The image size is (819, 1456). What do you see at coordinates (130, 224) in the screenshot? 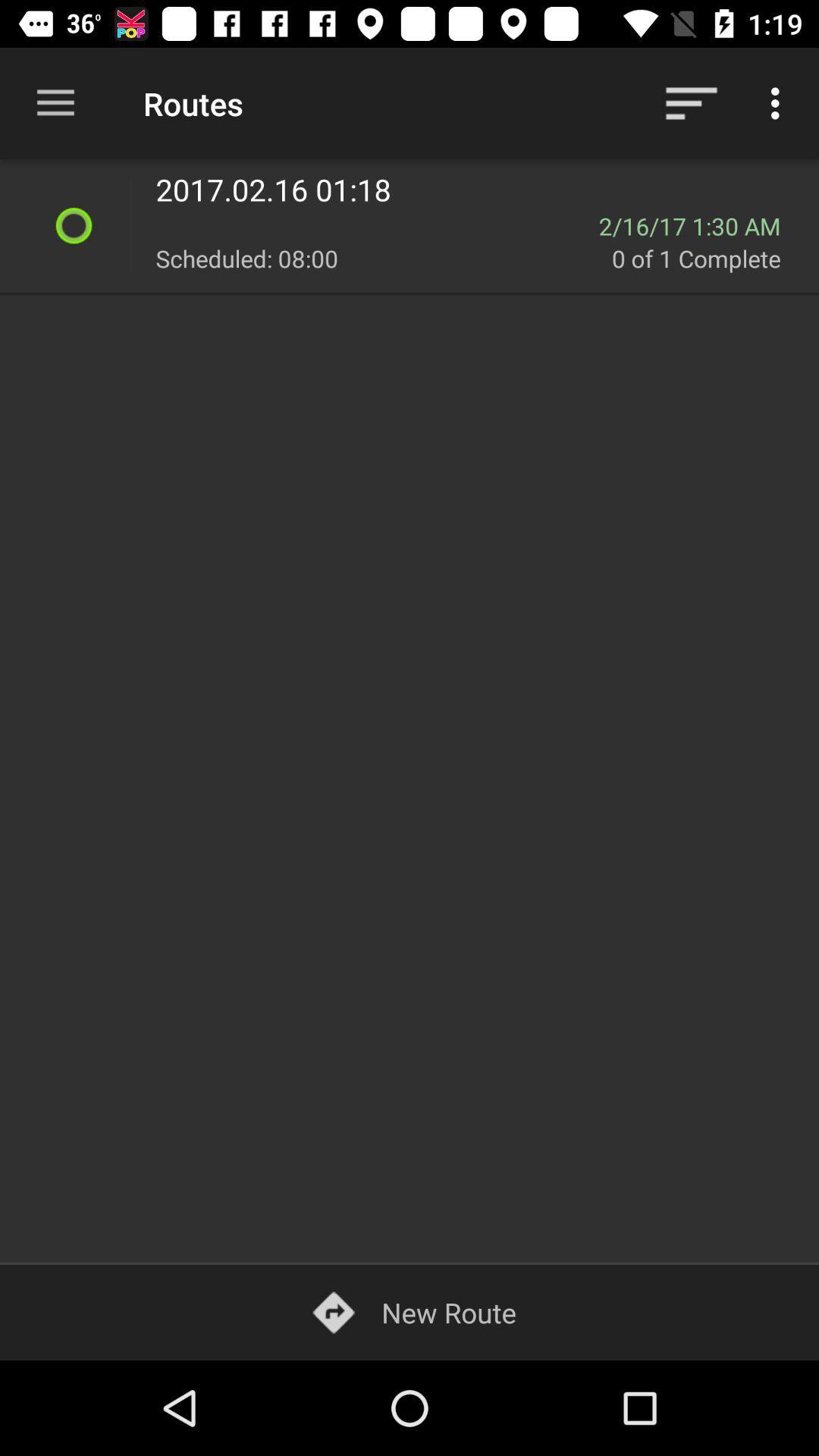
I see `icon next to the 2017 02 16 item` at bounding box center [130, 224].